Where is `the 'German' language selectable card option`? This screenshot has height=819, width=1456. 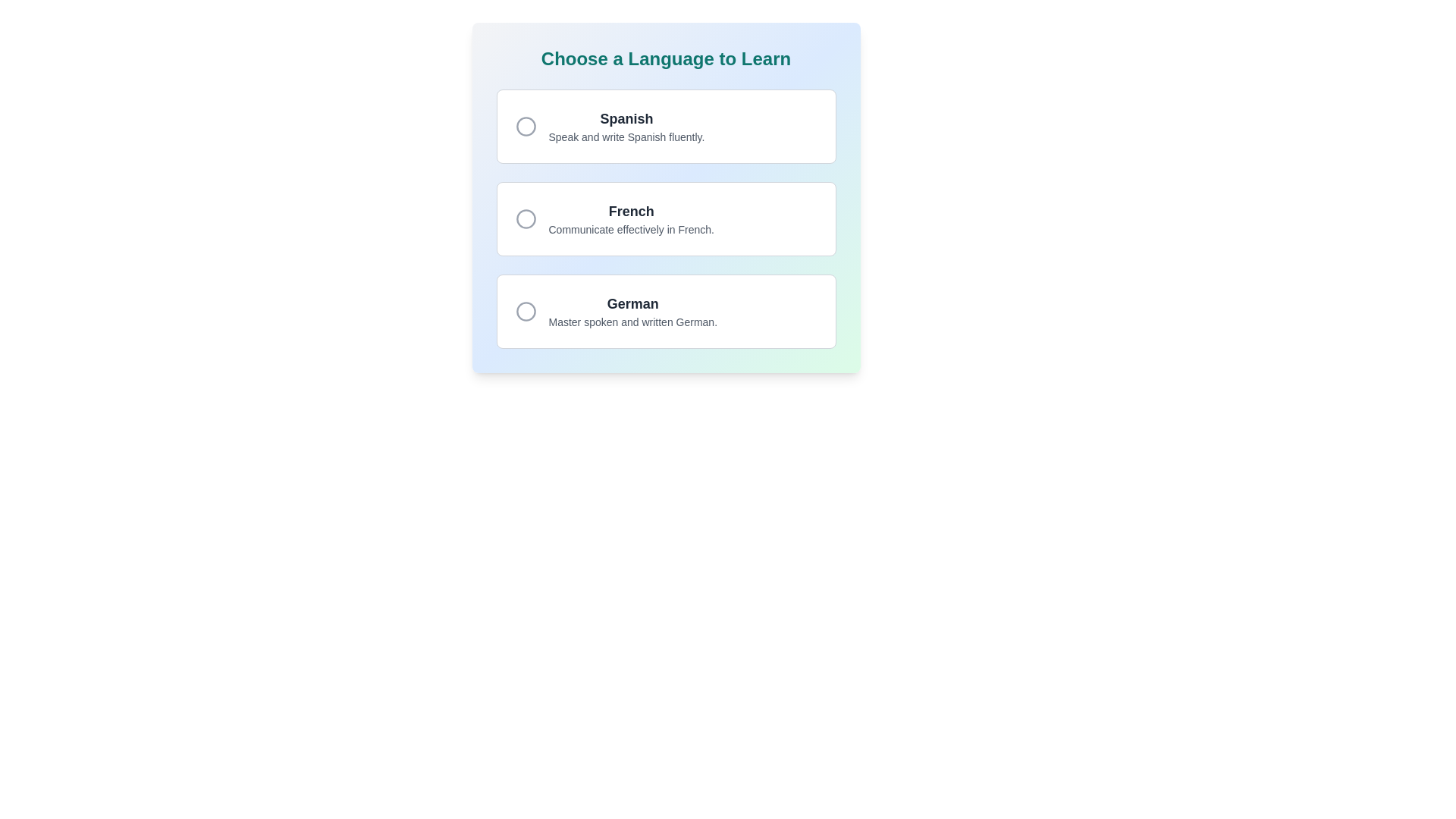 the 'German' language selectable card option is located at coordinates (666, 311).